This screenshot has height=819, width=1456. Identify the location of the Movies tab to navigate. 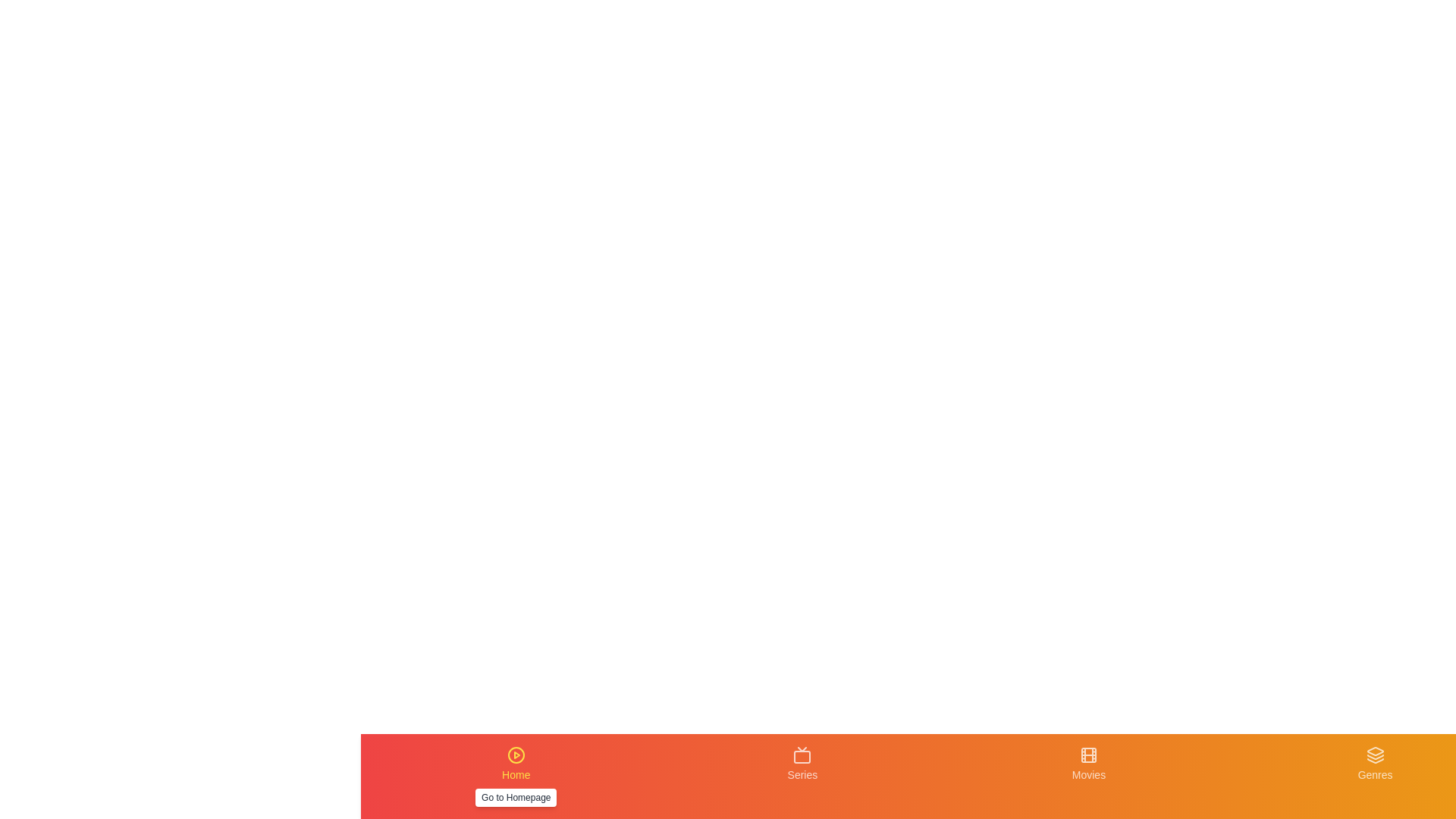
(1087, 776).